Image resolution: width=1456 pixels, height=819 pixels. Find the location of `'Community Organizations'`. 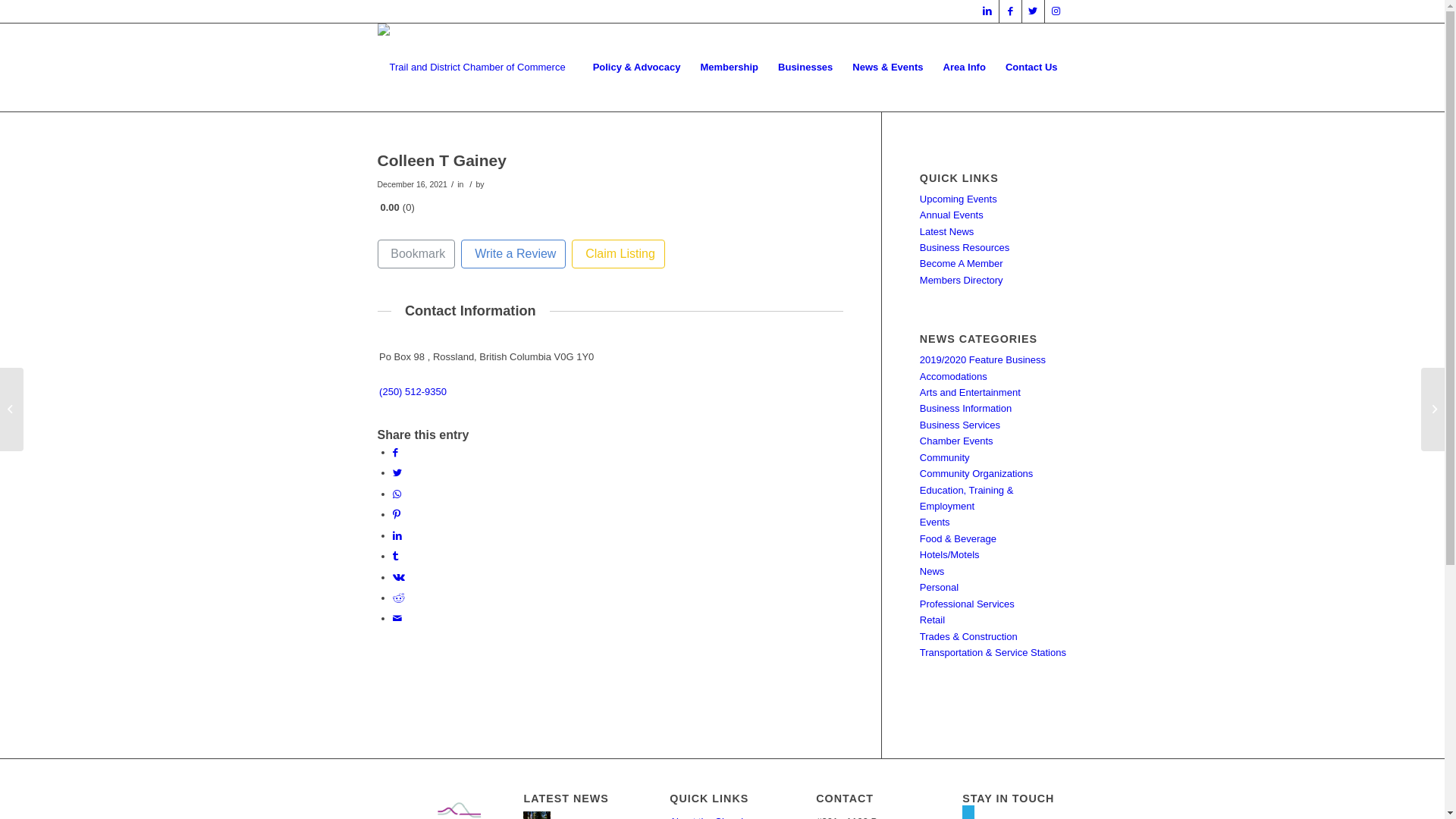

'Community Organizations' is located at coordinates (976, 472).